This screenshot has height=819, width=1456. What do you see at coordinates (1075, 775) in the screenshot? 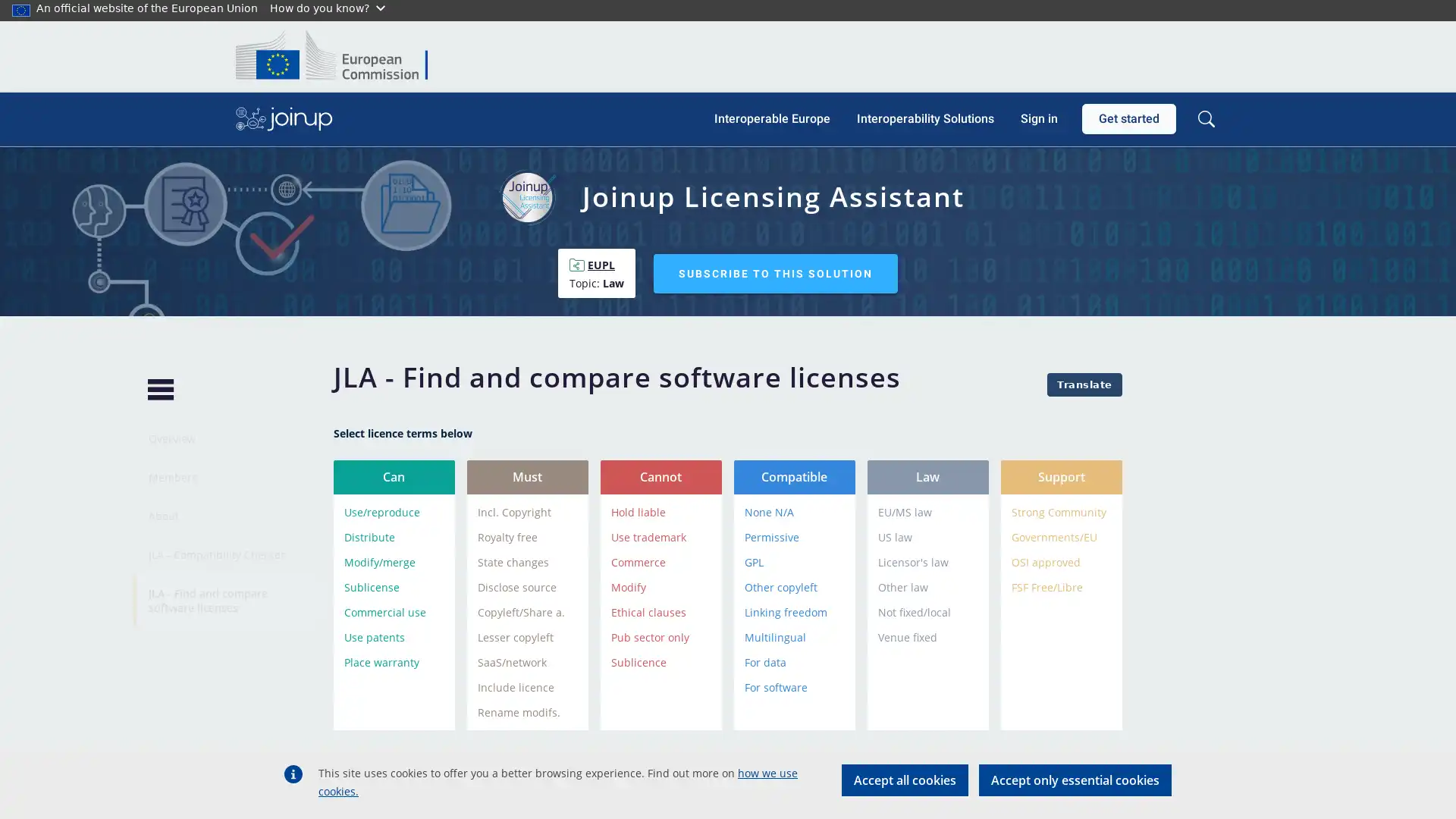
I see `RESET` at bounding box center [1075, 775].